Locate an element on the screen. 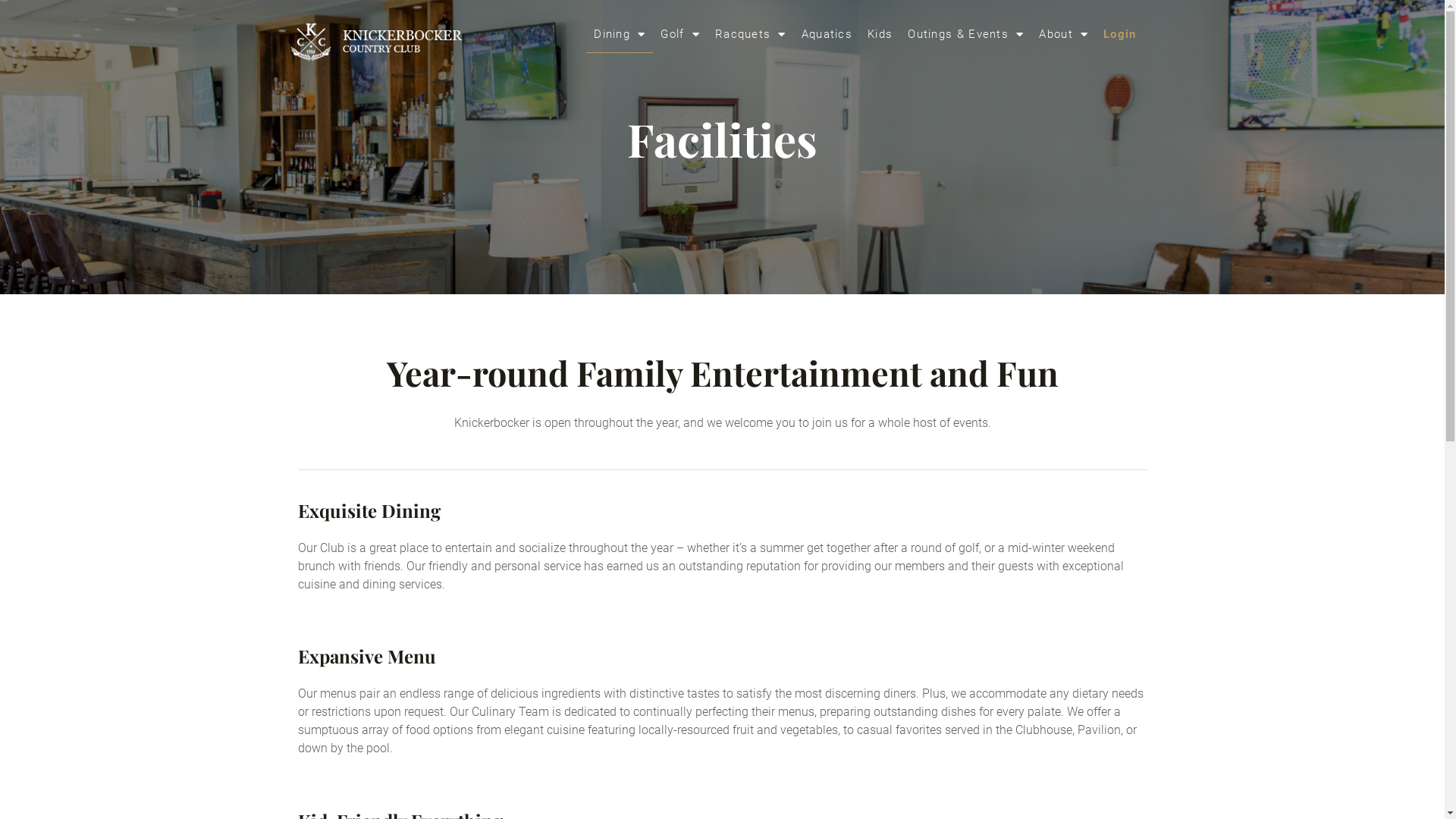 The height and width of the screenshot is (819, 1456). 'Racquets' is located at coordinates (750, 34).